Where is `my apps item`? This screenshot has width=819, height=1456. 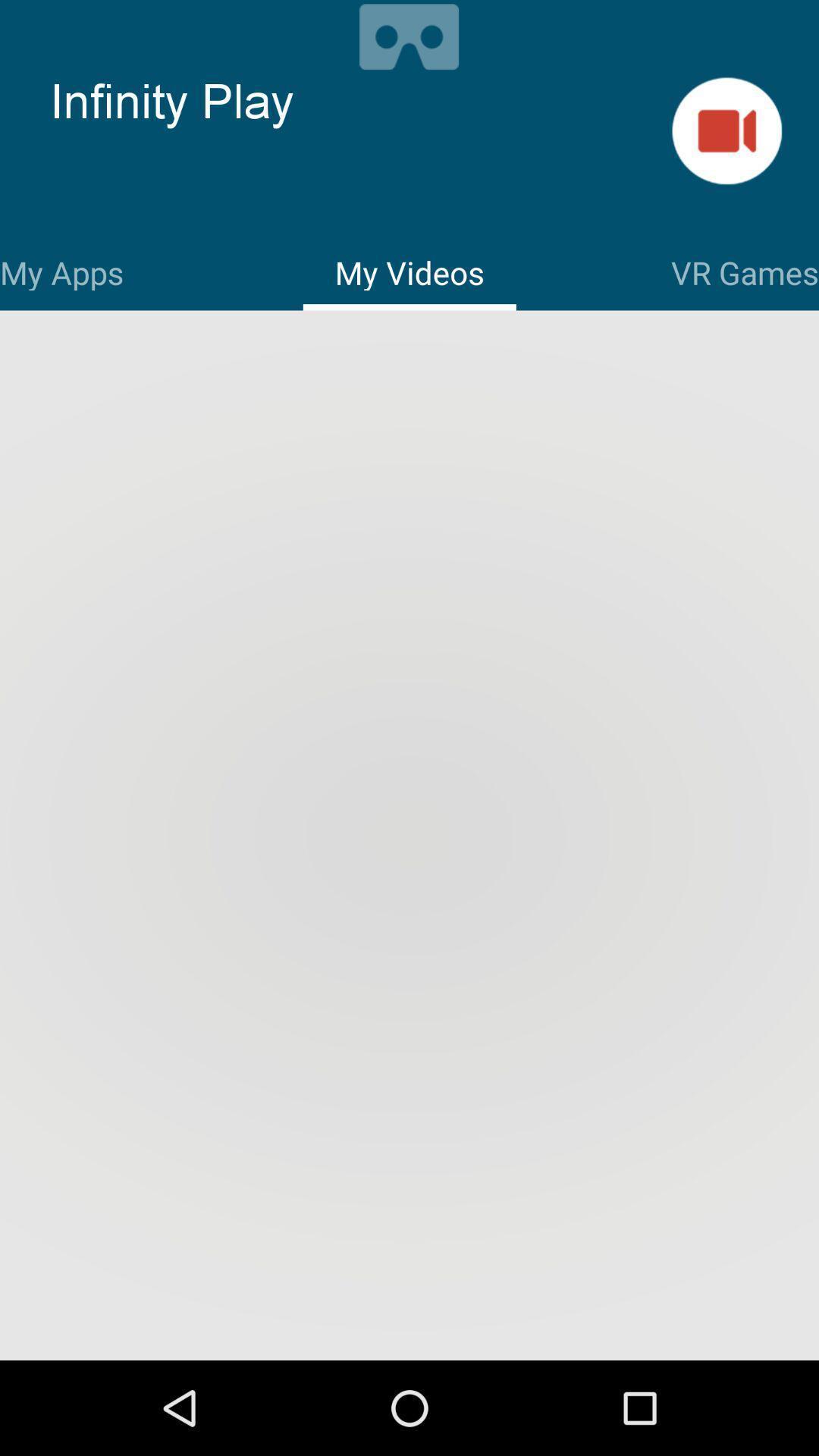
my apps item is located at coordinates (61, 270).